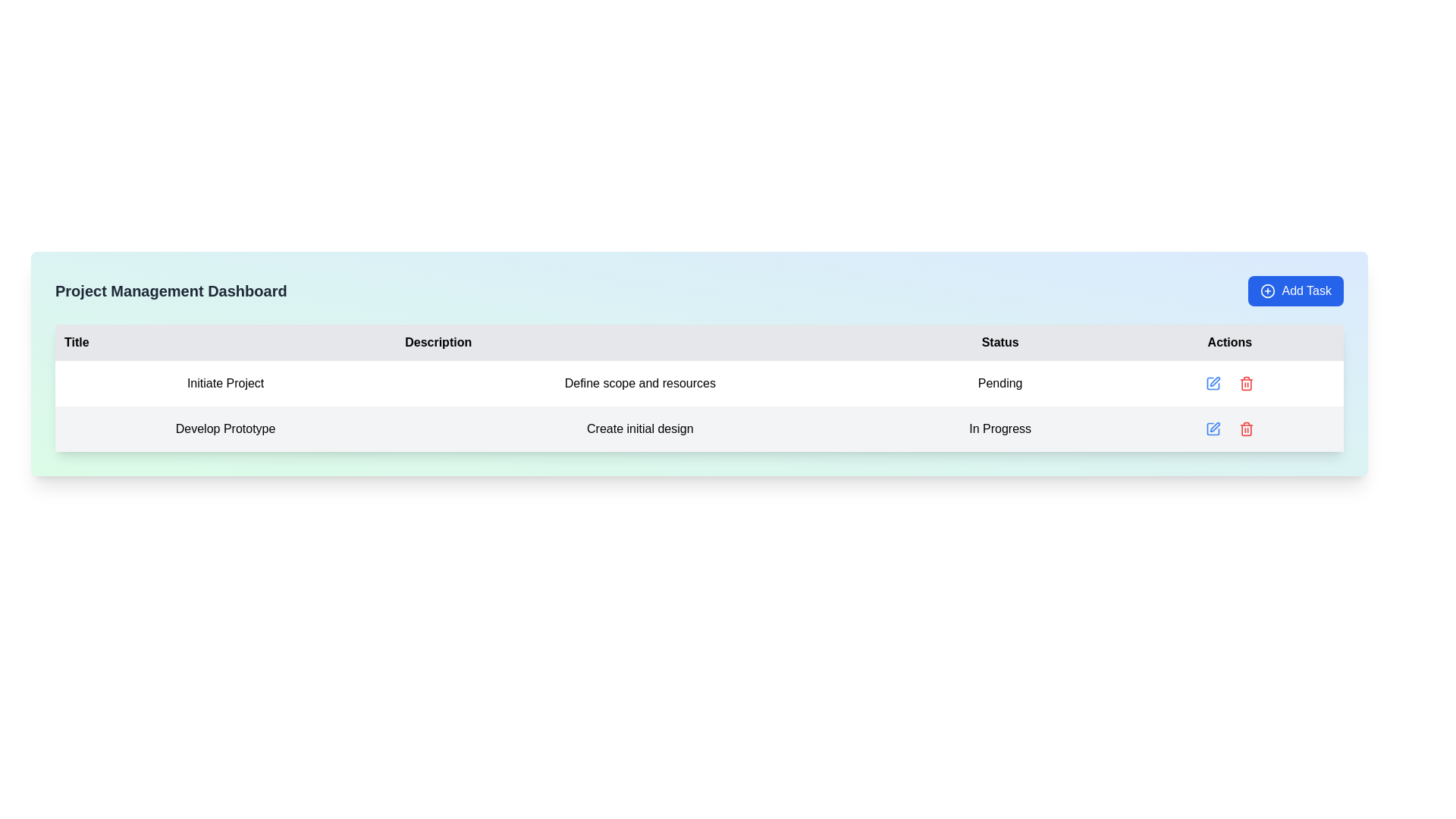 The image size is (1456, 819). Describe the element at coordinates (1246, 429) in the screenshot. I see `the red trash bin icon button located in the 'Actions' column of the second row in the table` at that location.